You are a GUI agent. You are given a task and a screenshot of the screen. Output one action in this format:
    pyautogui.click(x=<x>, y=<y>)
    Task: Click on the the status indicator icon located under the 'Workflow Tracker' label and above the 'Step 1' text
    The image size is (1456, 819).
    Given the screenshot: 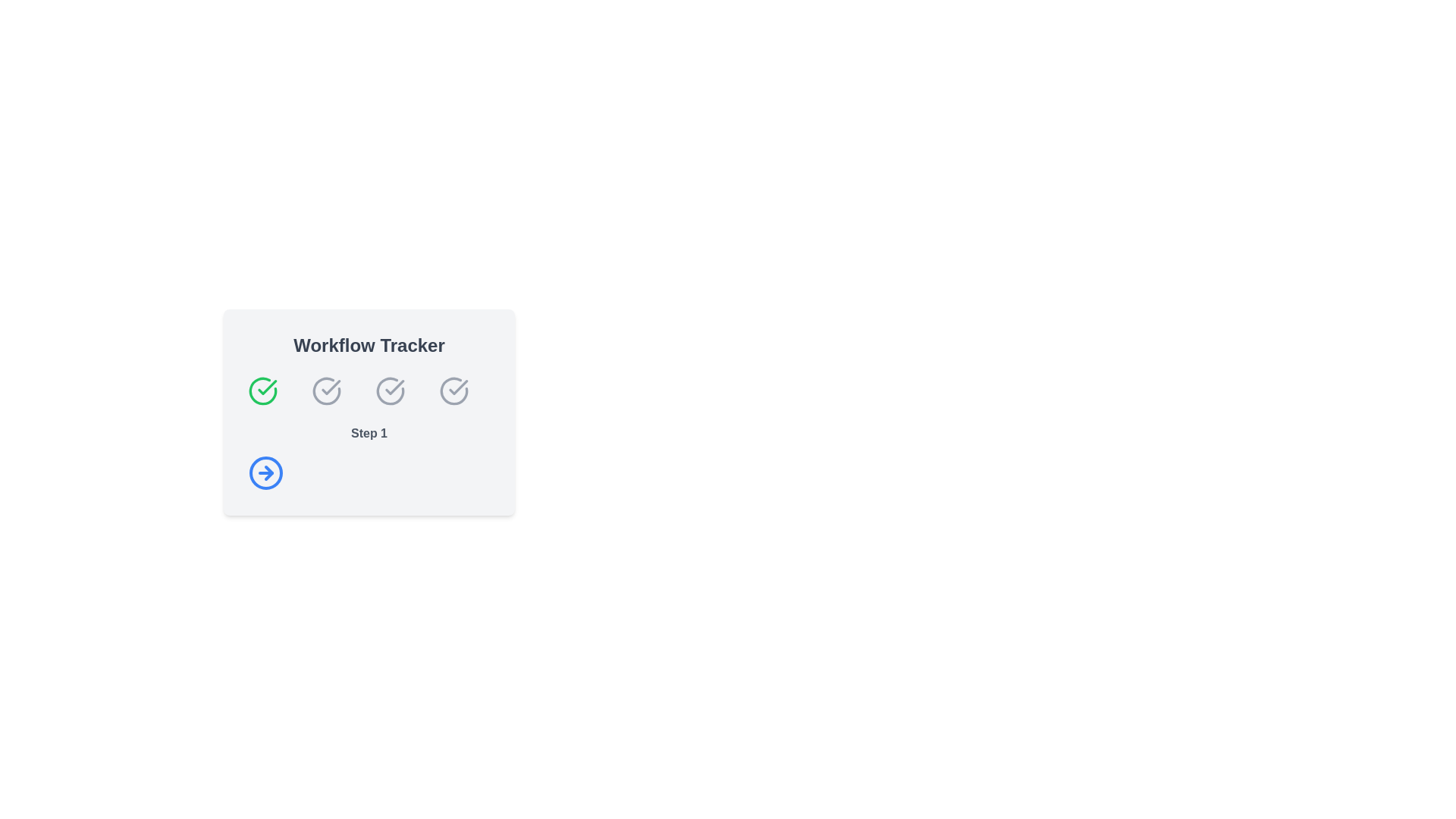 What is the action you would take?
    pyautogui.click(x=390, y=391)
    